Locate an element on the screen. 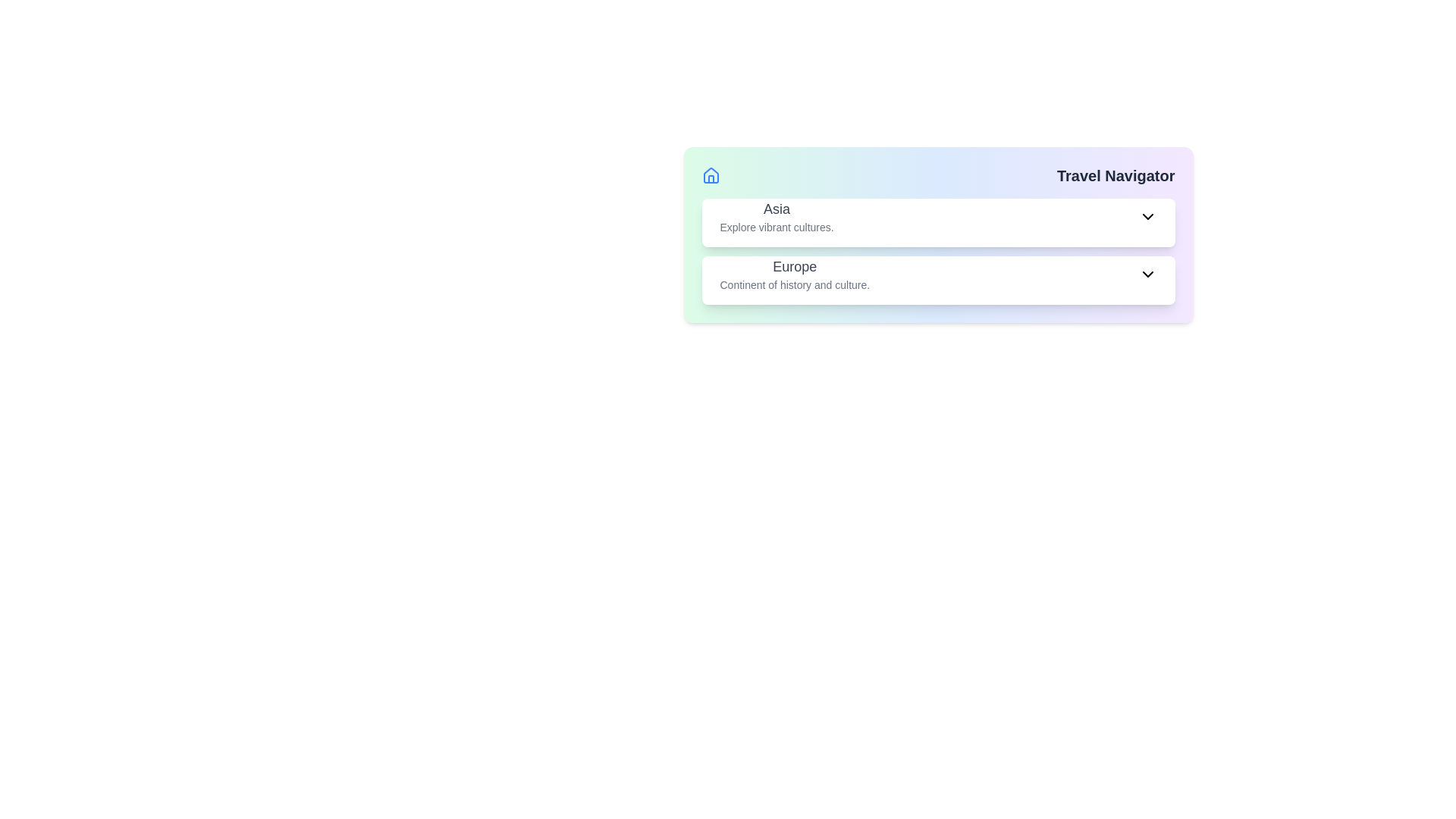 This screenshot has height=819, width=1456. bold text label 'Travel Navigator' located in the top-right corner of the card-like layout is located at coordinates (1116, 174).